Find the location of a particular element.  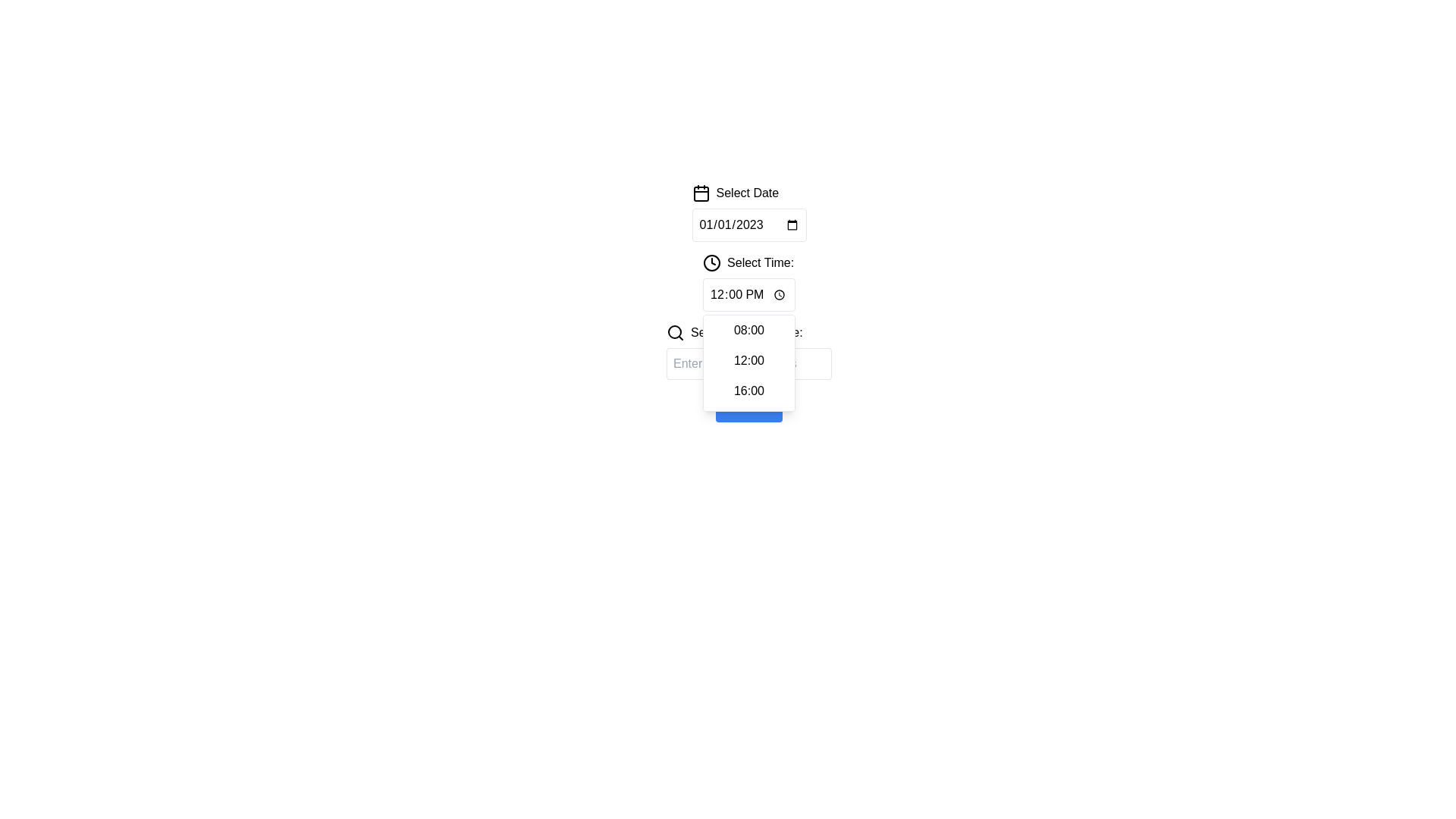

text label that says 'Search Date & Time:' located near the top-center of the interface, above the text input field with the placeholder 'Enter search keywords' is located at coordinates (749, 332).